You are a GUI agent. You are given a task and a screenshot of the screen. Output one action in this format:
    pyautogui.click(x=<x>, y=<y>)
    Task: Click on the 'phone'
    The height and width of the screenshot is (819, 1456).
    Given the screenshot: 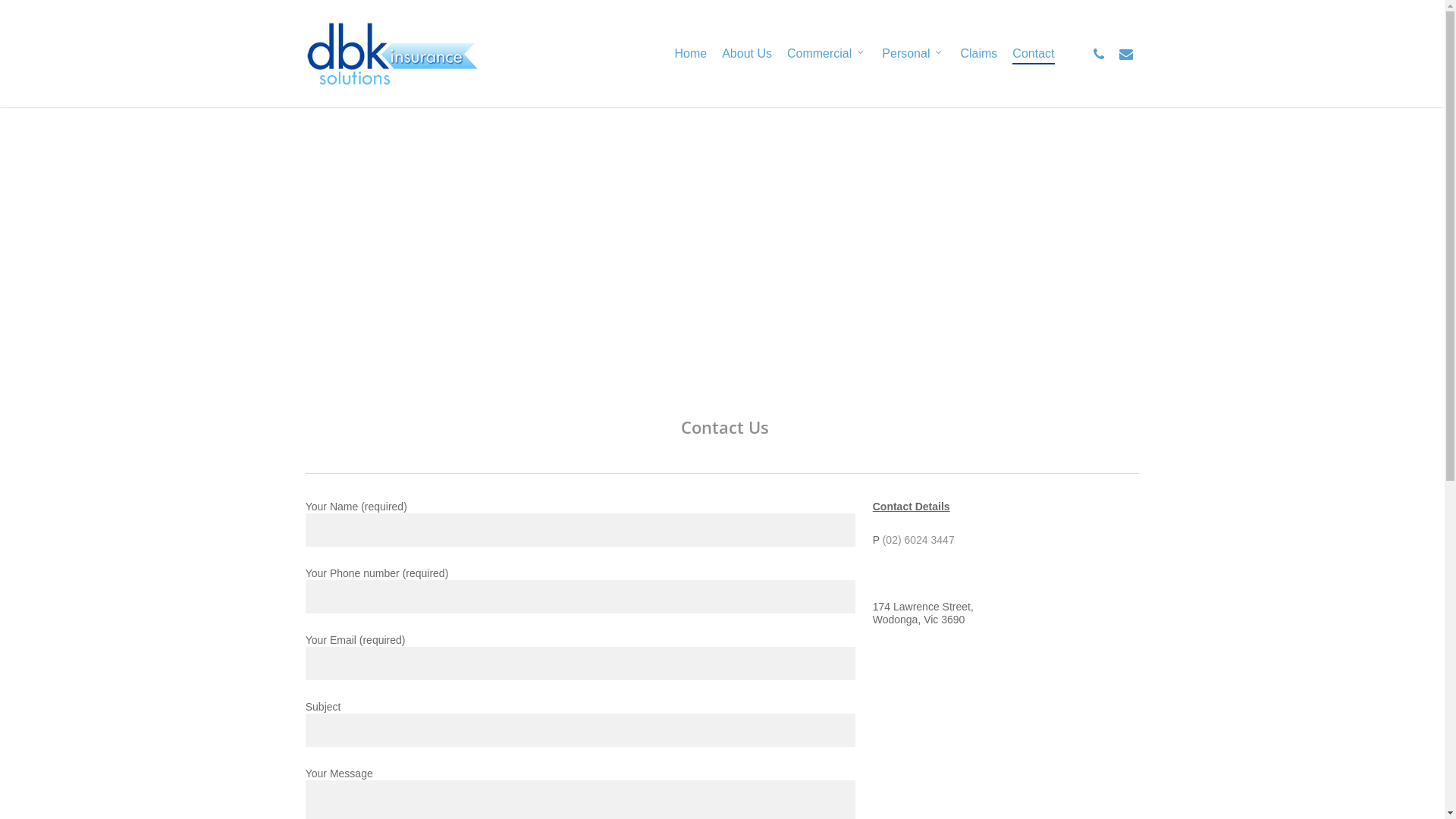 What is the action you would take?
    pyautogui.click(x=1098, y=52)
    